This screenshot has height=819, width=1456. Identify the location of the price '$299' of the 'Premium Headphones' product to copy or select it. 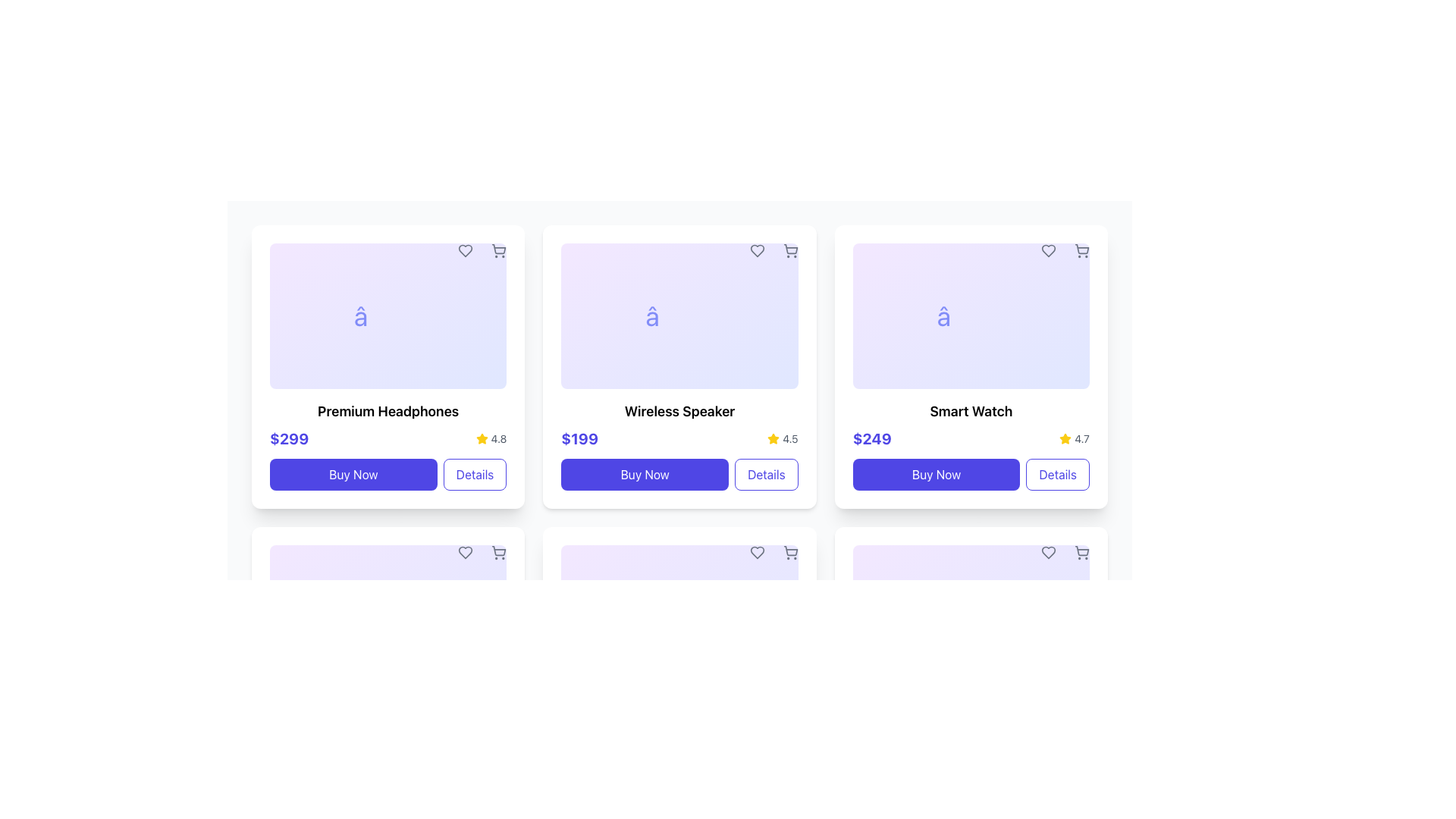
(388, 438).